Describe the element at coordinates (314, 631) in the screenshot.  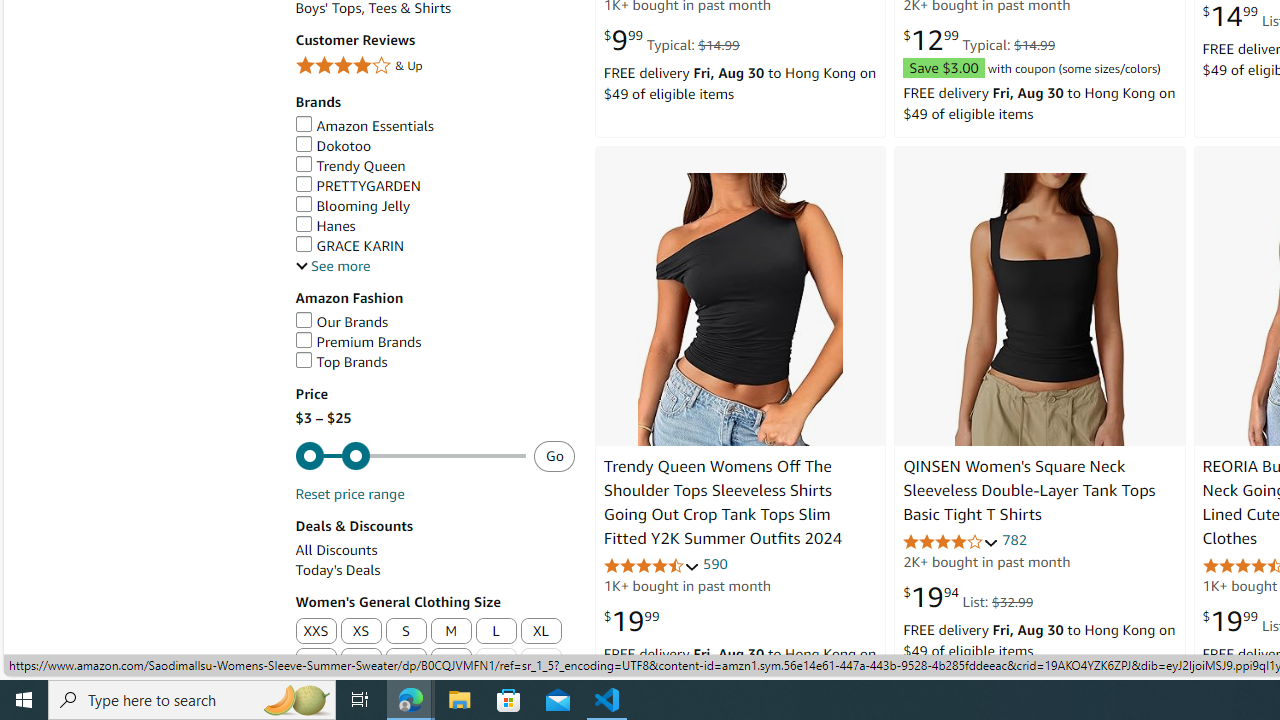
I see `'XXS'` at that location.